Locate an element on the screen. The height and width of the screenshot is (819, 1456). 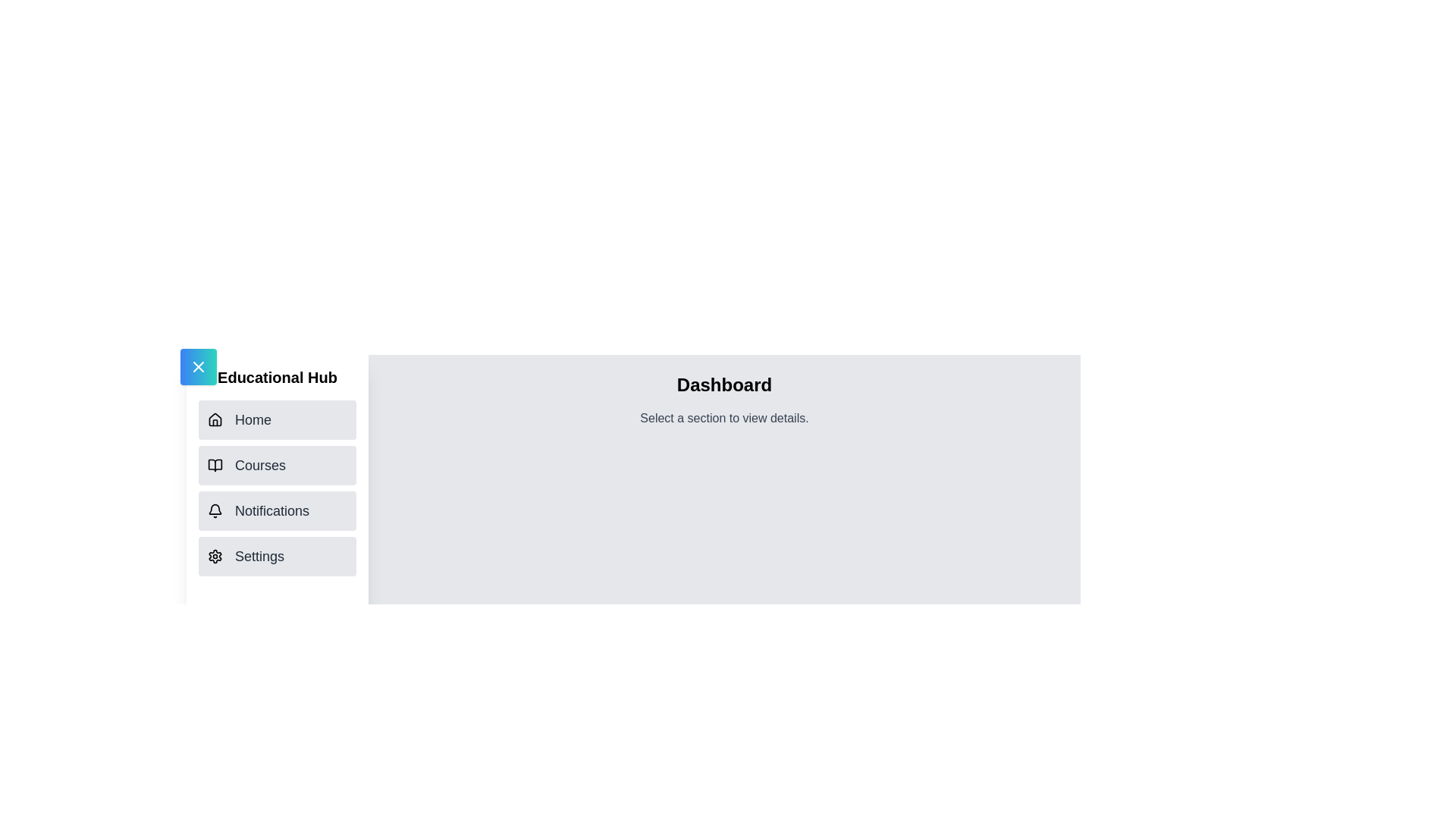
the section Courses from the navigation list is located at coordinates (277, 464).